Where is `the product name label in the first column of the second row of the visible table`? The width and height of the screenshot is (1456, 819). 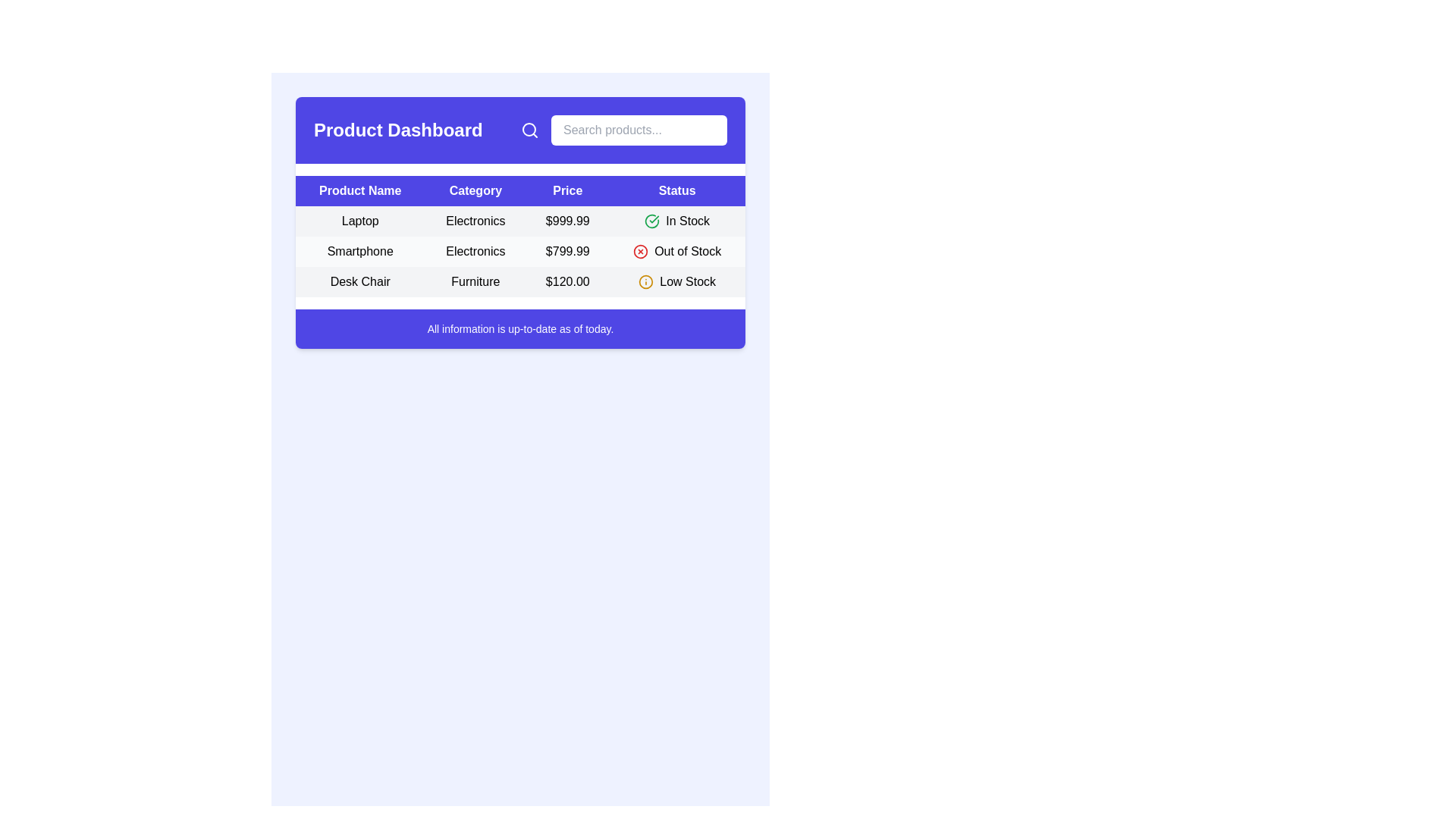 the product name label in the first column of the second row of the visible table is located at coordinates (359, 250).